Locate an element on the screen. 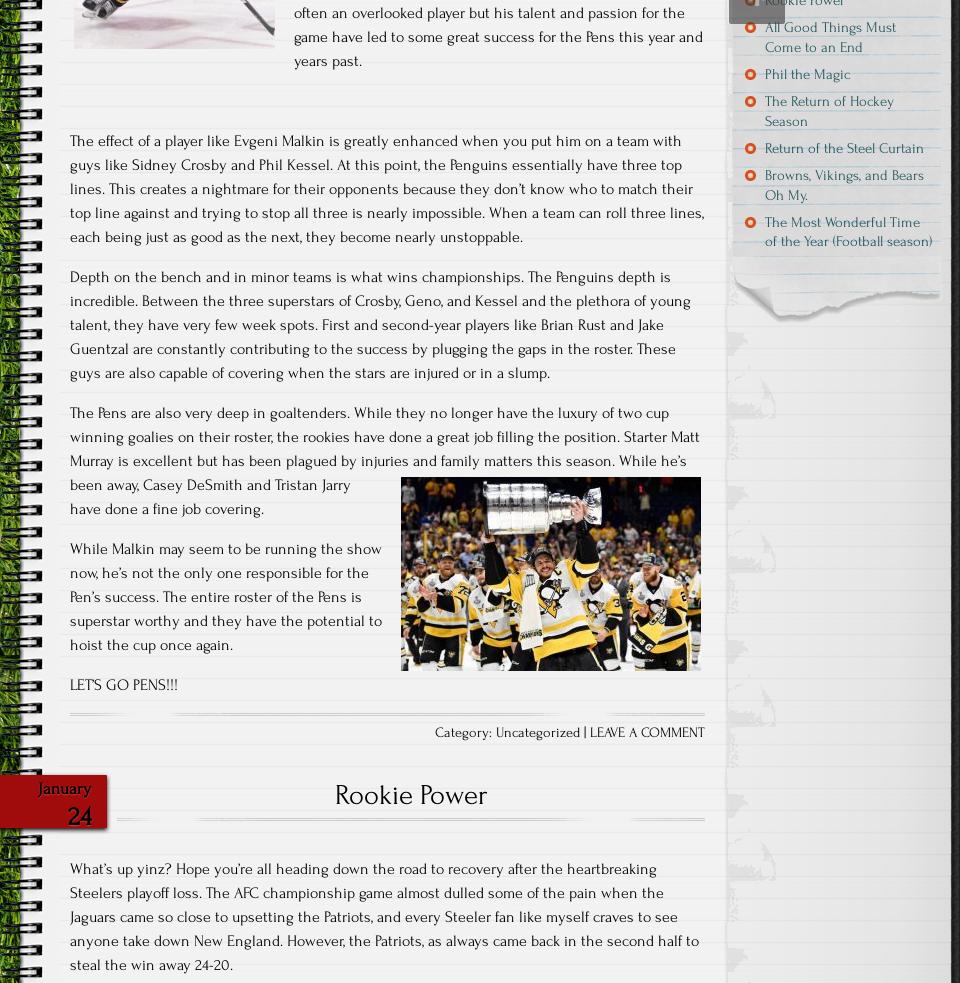 This screenshot has width=960, height=983. 'The effect of a player like Evgeni Malkin is greatly enhanced when you put him on a team with guys like Sidney Crosby and Phil Kessel. At this point, the Penguins essentially have three top lines. This creates a nightmare for their opponents because they don’t know who to match their top line against and trying to stop all three is nearly impossible. When a team can roll three lines, each being just as good as the next, they become nearly unstoppable.' is located at coordinates (69, 188).